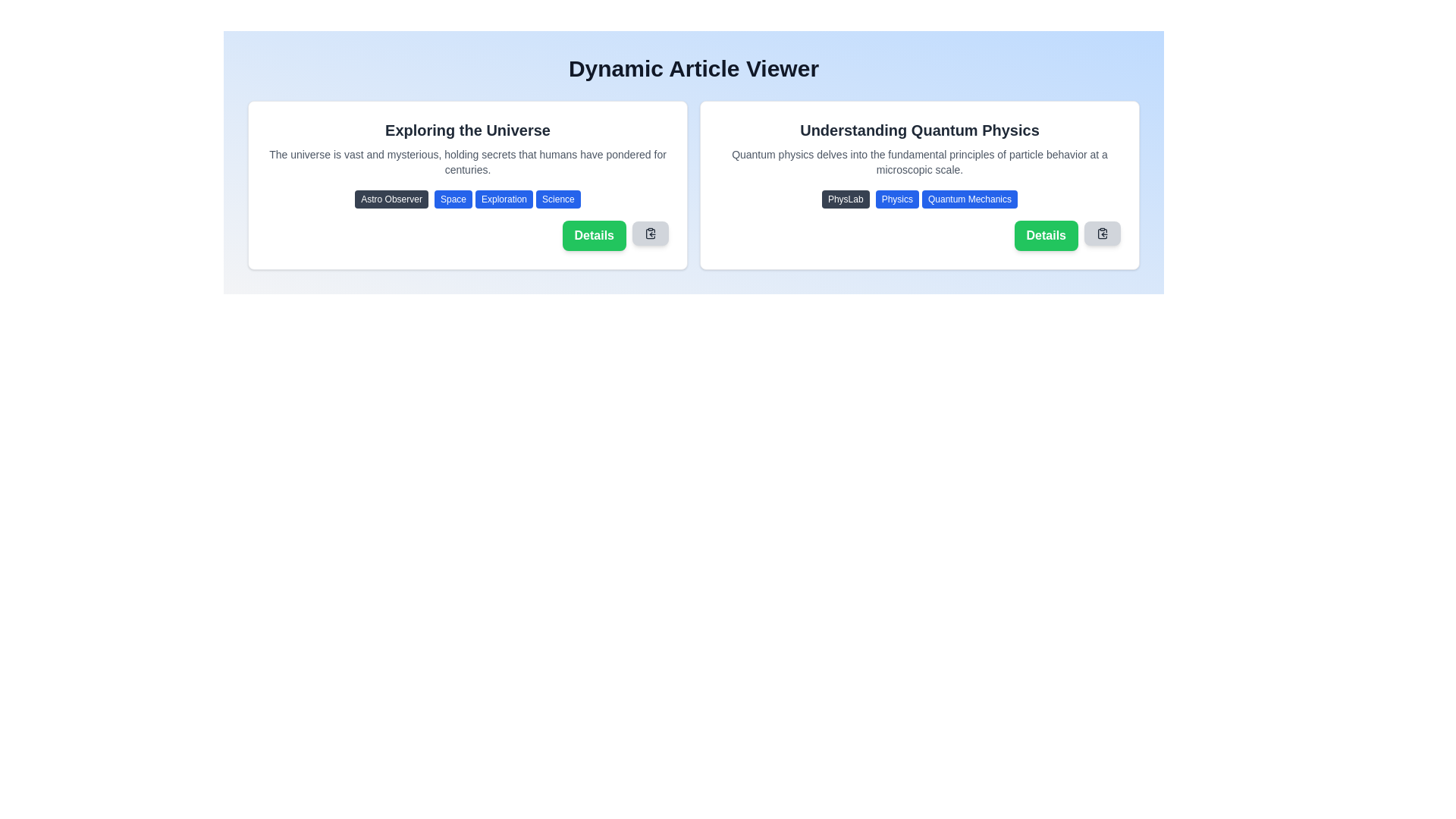  I want to click on the tag or label element that categorizes or provides context within the 'Understanding Quantum Physics' section, positioned to the right of the 'Physics' badge, so click(969, 198).